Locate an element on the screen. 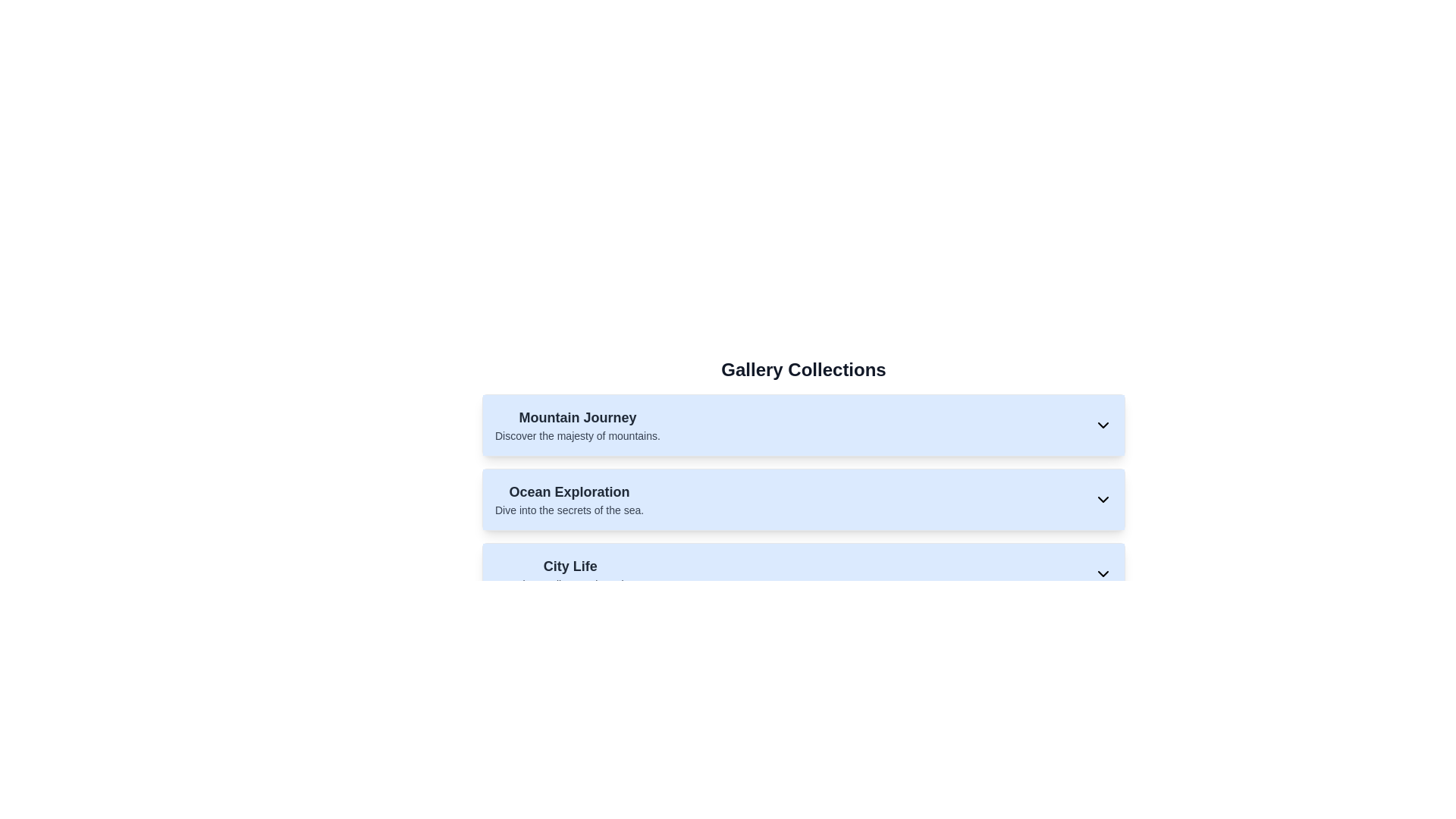 This screenshot has width=1456, height=819. the List item for 'Ocean Exploration' in the 'Gallery Collections' is located at coordinates (803, 500).